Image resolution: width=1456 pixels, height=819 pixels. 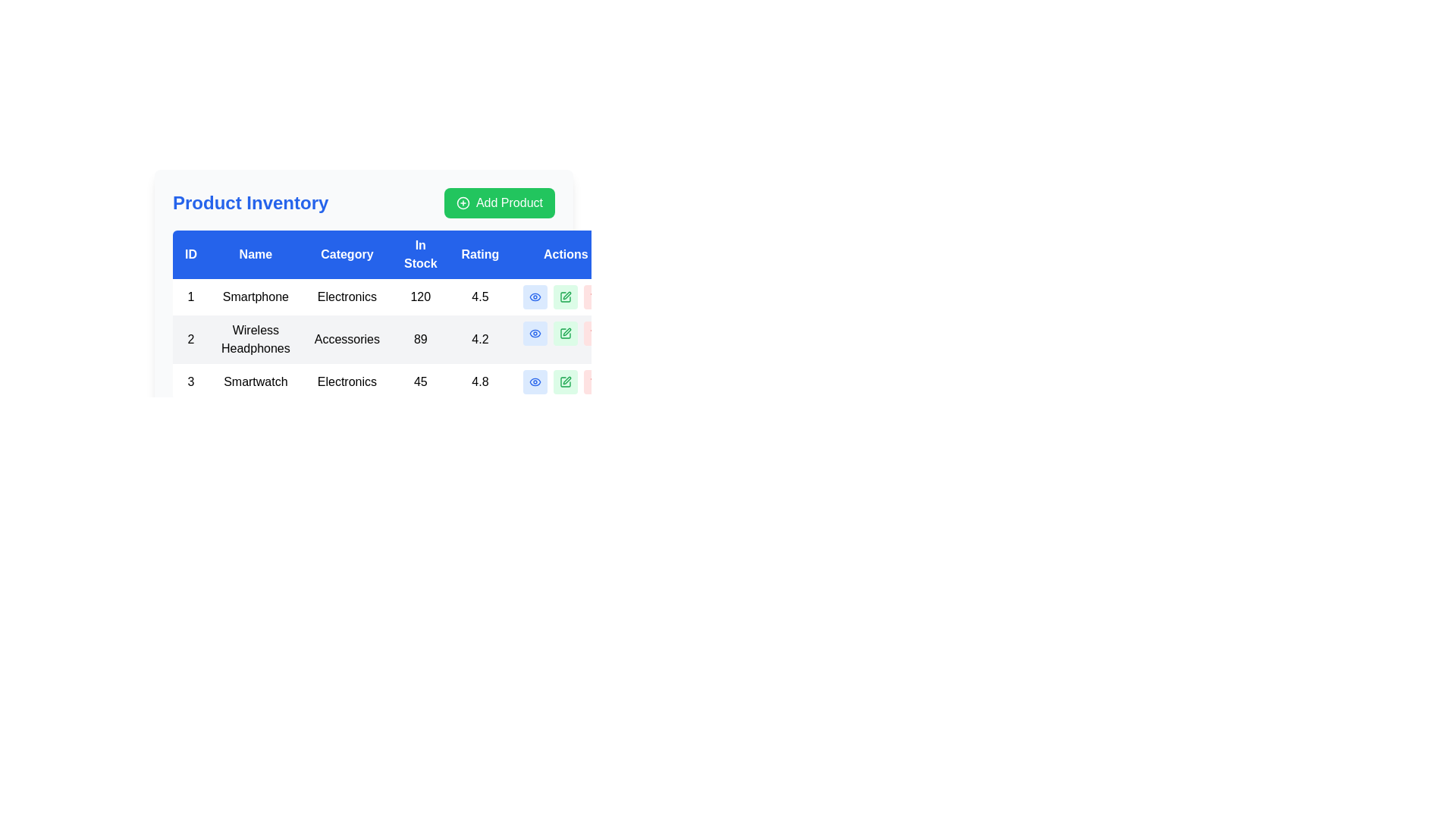 What do you see at coordinates (479, 338) in the screenshot?
I see `the text label displaying the rating value, which is located in the fifth column of the second row of the table, positioned between the 'In Stock' and 'Actions' columns` at bounding box center [479, 338].